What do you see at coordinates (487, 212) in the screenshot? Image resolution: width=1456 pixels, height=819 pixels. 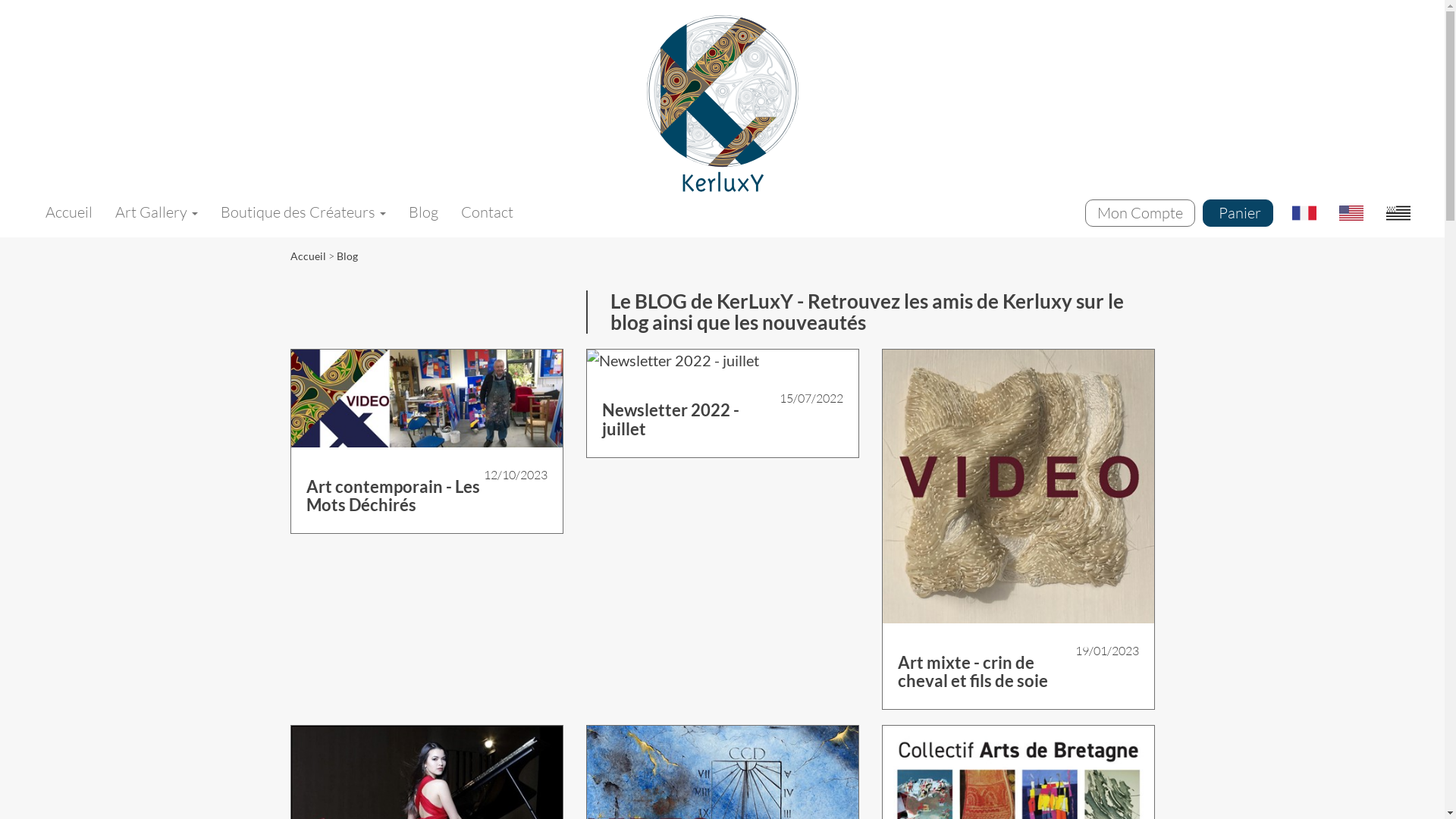 I see `'Contact'` at bounding box center [487, 212].